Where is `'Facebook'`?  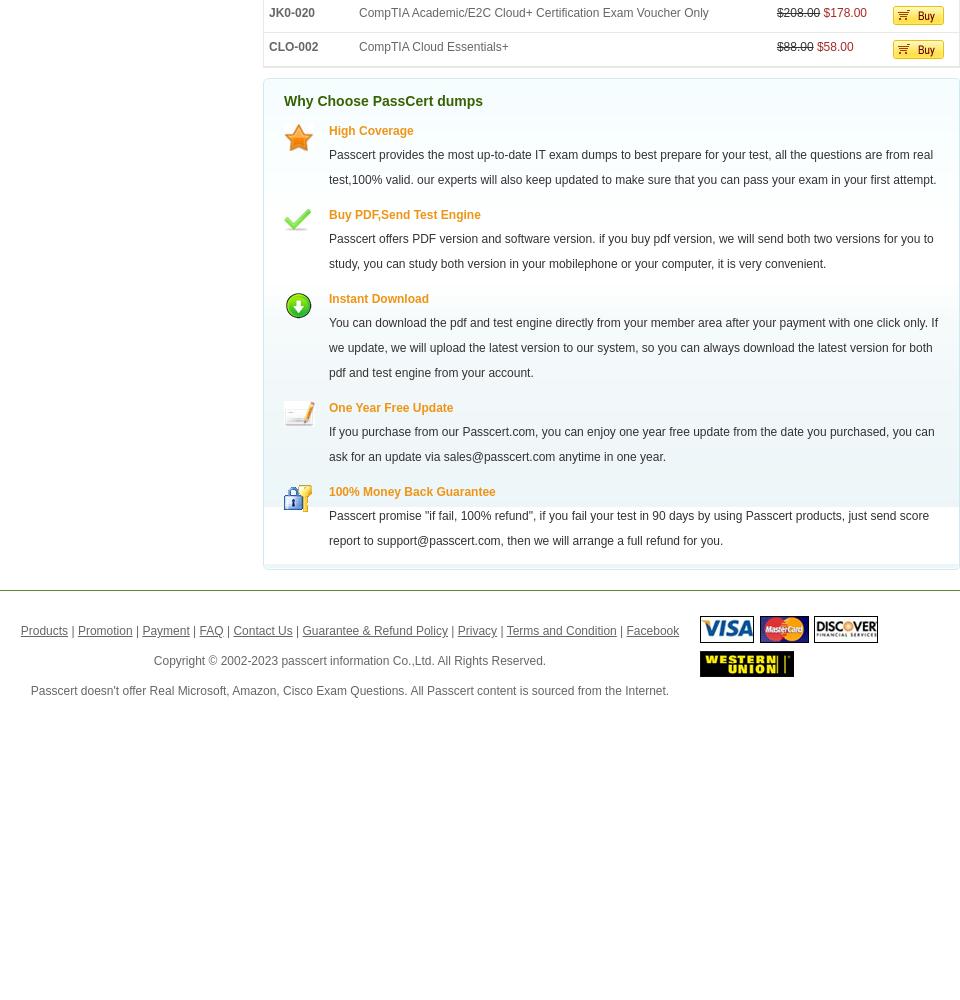 'Facebook' is located at coordinates (651, 631).